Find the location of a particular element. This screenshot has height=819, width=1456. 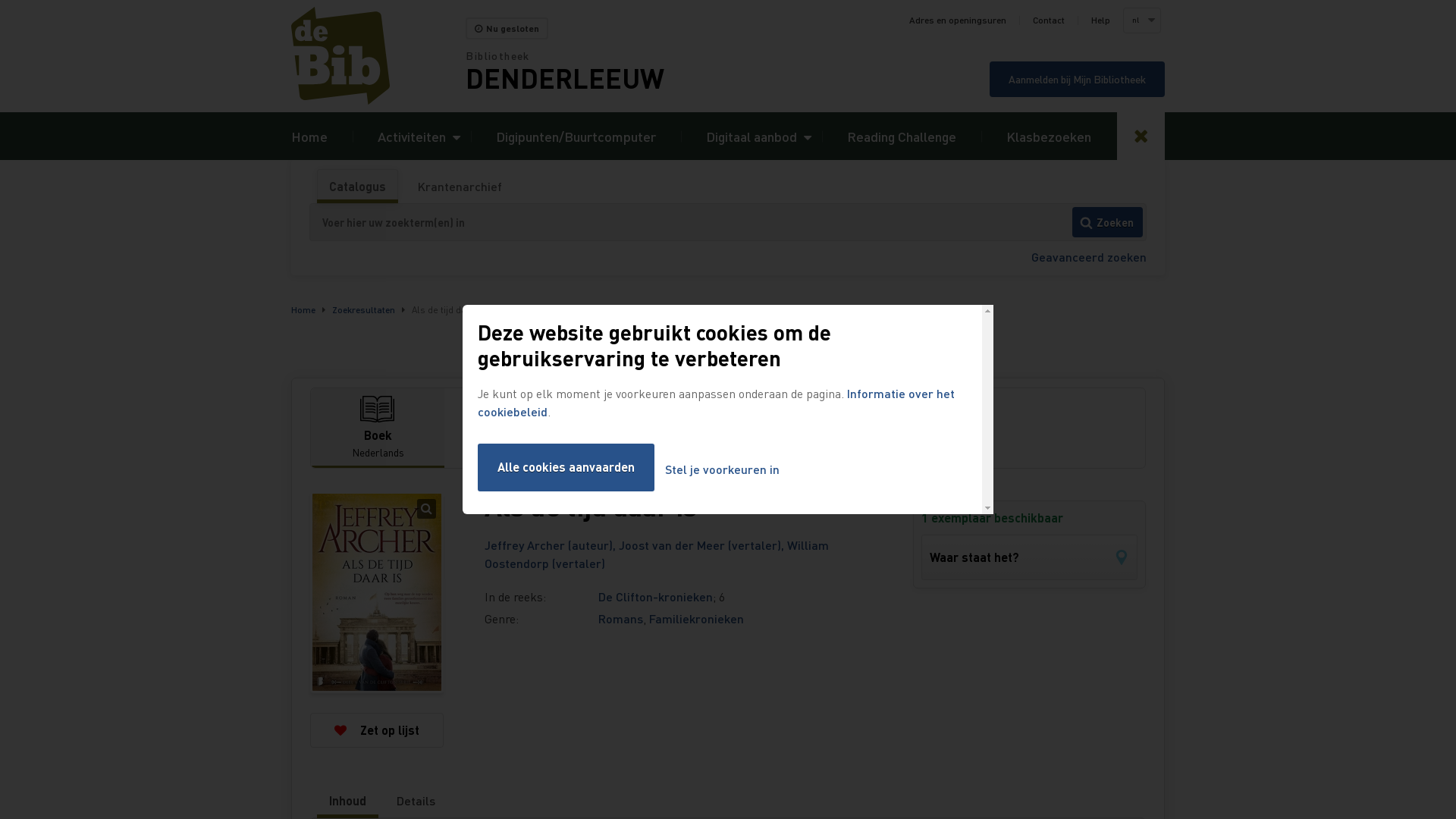

'Toggle search' is located at coordinates (1141, 135).